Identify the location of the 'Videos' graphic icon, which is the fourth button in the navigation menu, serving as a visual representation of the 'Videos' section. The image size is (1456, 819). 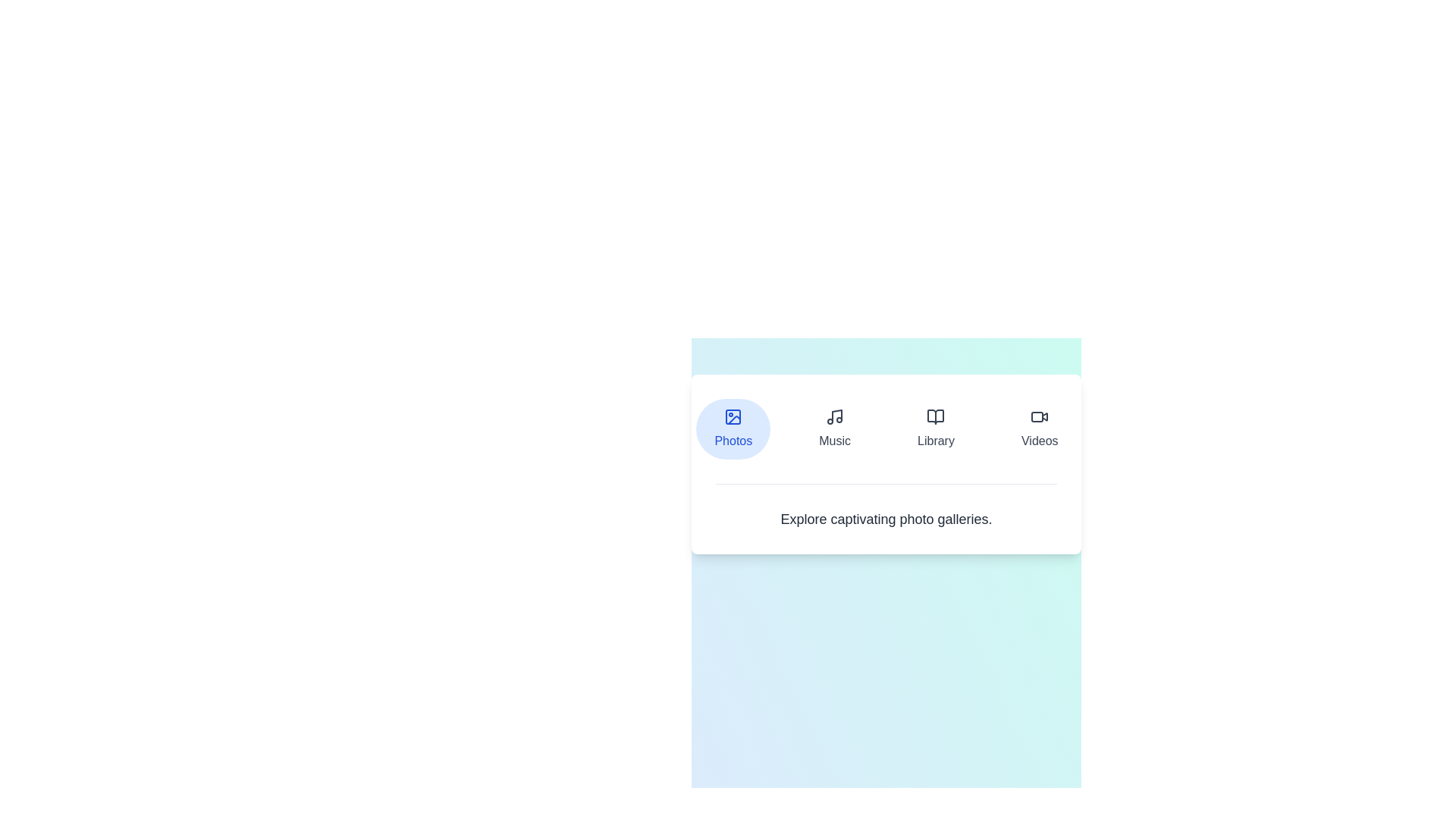
(1044, 416).